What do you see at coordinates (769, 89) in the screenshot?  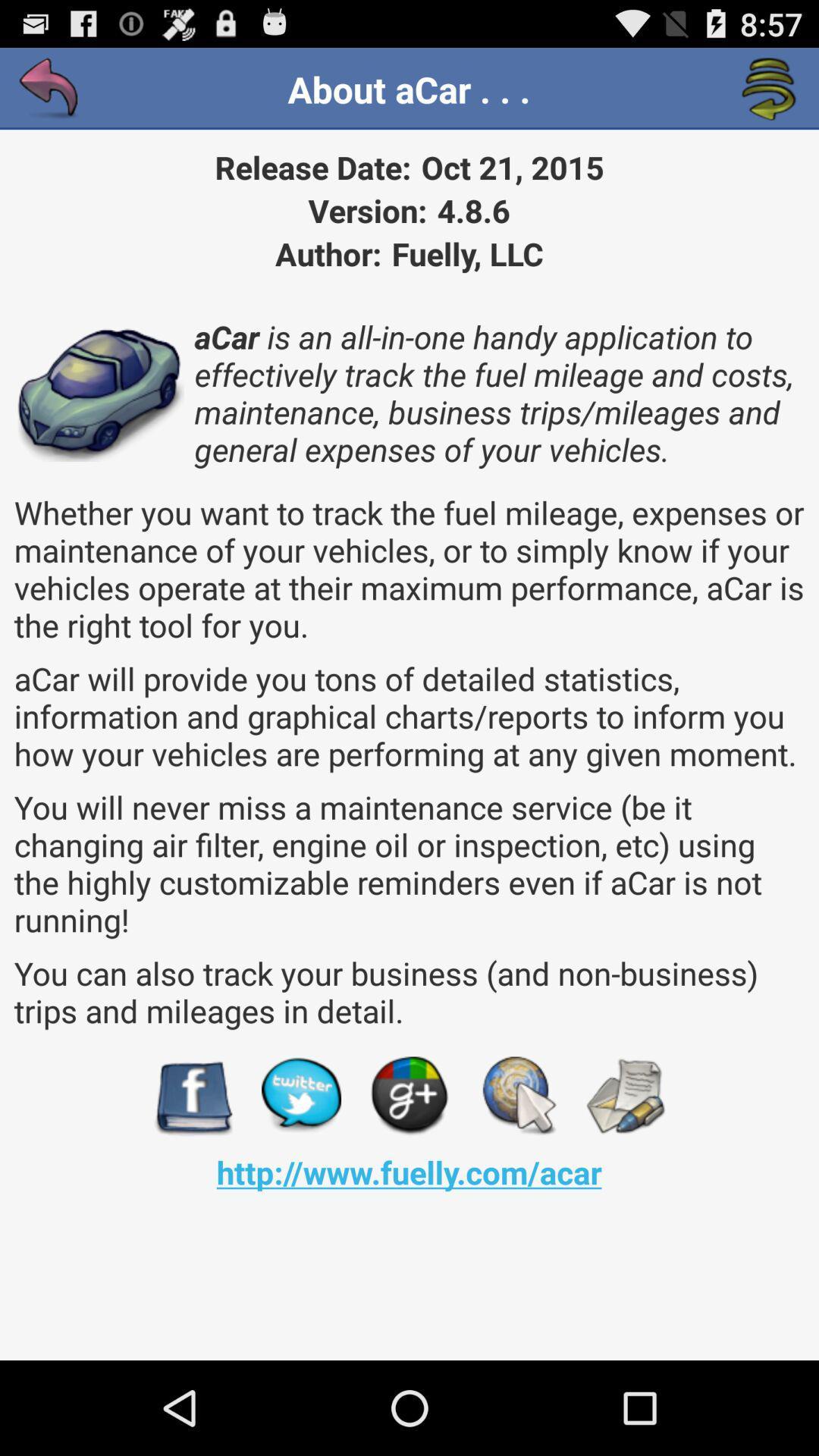 I see `icon above acar is an icon` at bounding box center [769, 89].